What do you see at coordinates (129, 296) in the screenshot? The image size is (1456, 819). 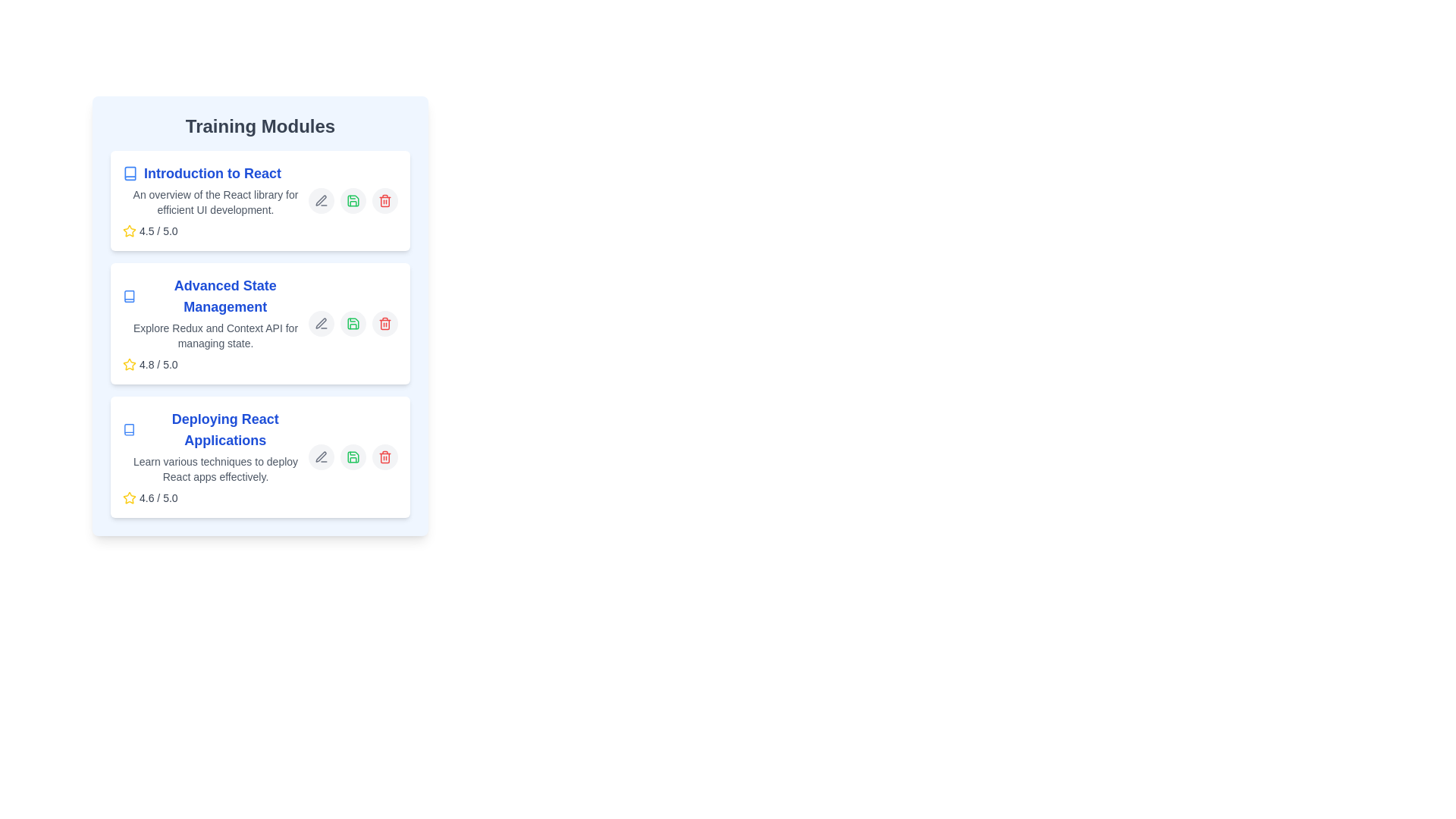 I see `the small blue book icon located to the left of the bold text title 'Advanced State Management' if it has assigned functionality` at bounding box center [129, 296].